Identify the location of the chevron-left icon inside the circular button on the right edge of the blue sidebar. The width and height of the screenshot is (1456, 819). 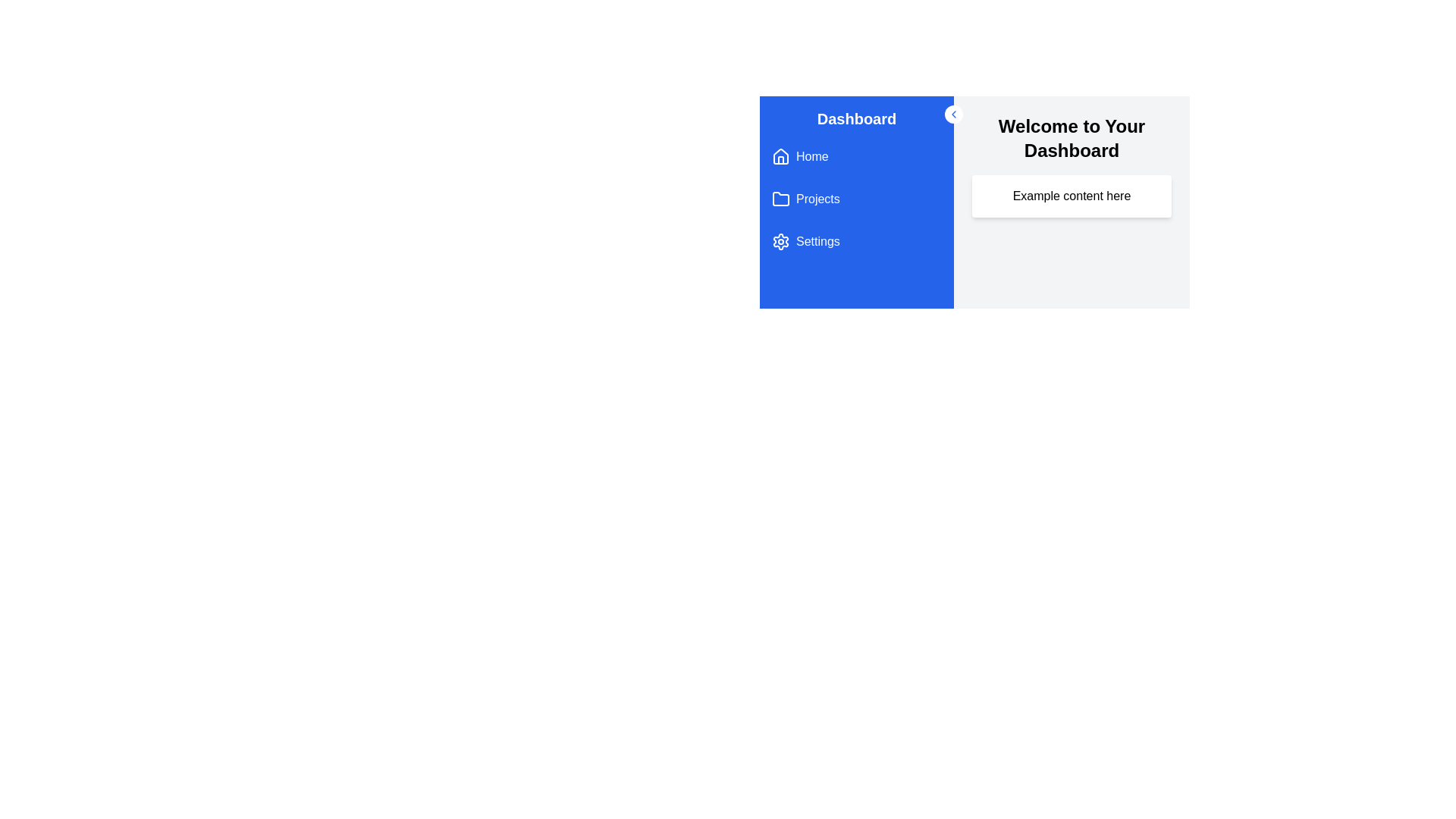
(952, 113).